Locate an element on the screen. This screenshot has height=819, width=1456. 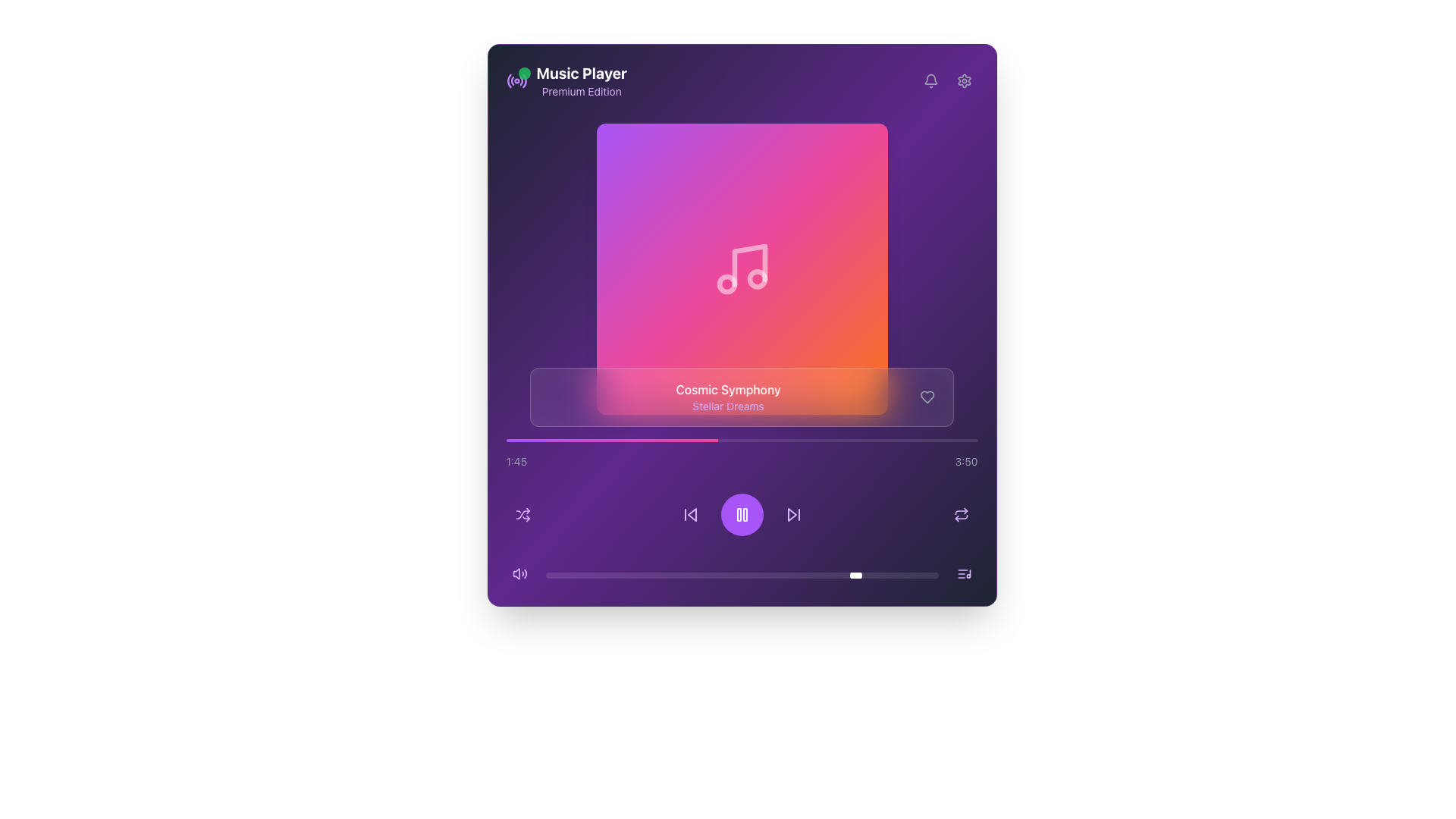
the text label displaying '1:45', which is styled in a small font size with a light gray color, located near the bottom-left corner of the application above the progress bar is located at coordinates (516, 461).